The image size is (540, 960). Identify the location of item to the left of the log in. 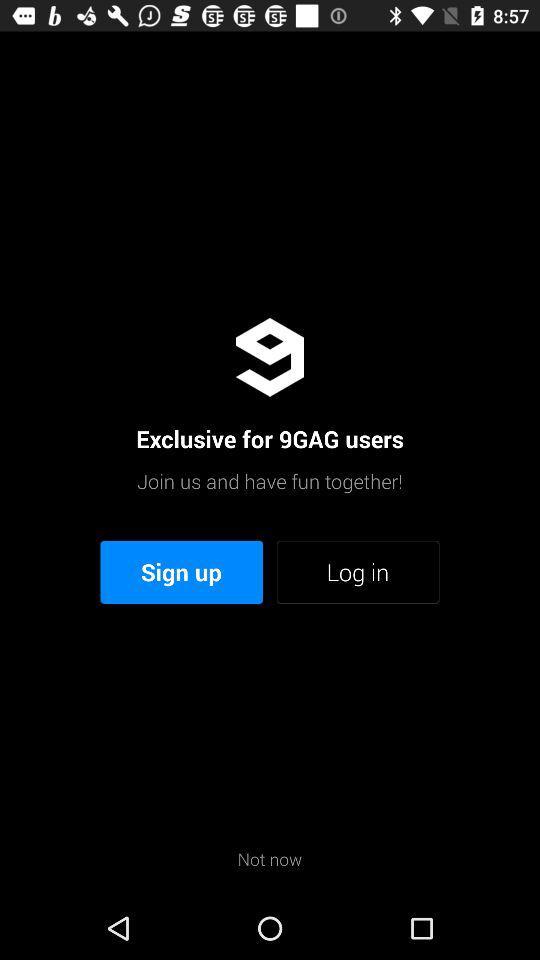
(181, 572).